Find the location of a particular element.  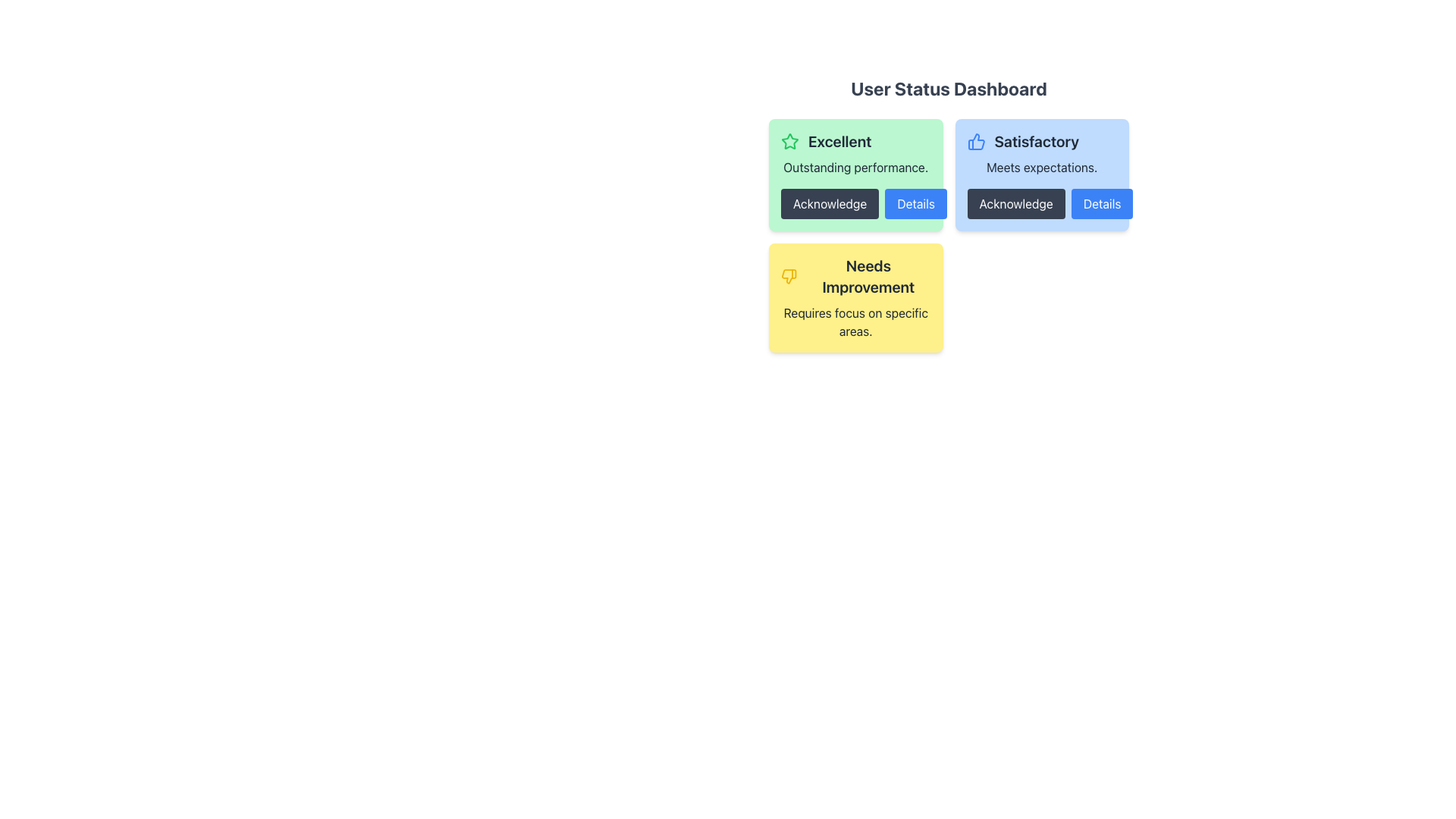

the 'Acknowledge' button, which has a dark gray background and white text is located at coordinates (1041, 203).